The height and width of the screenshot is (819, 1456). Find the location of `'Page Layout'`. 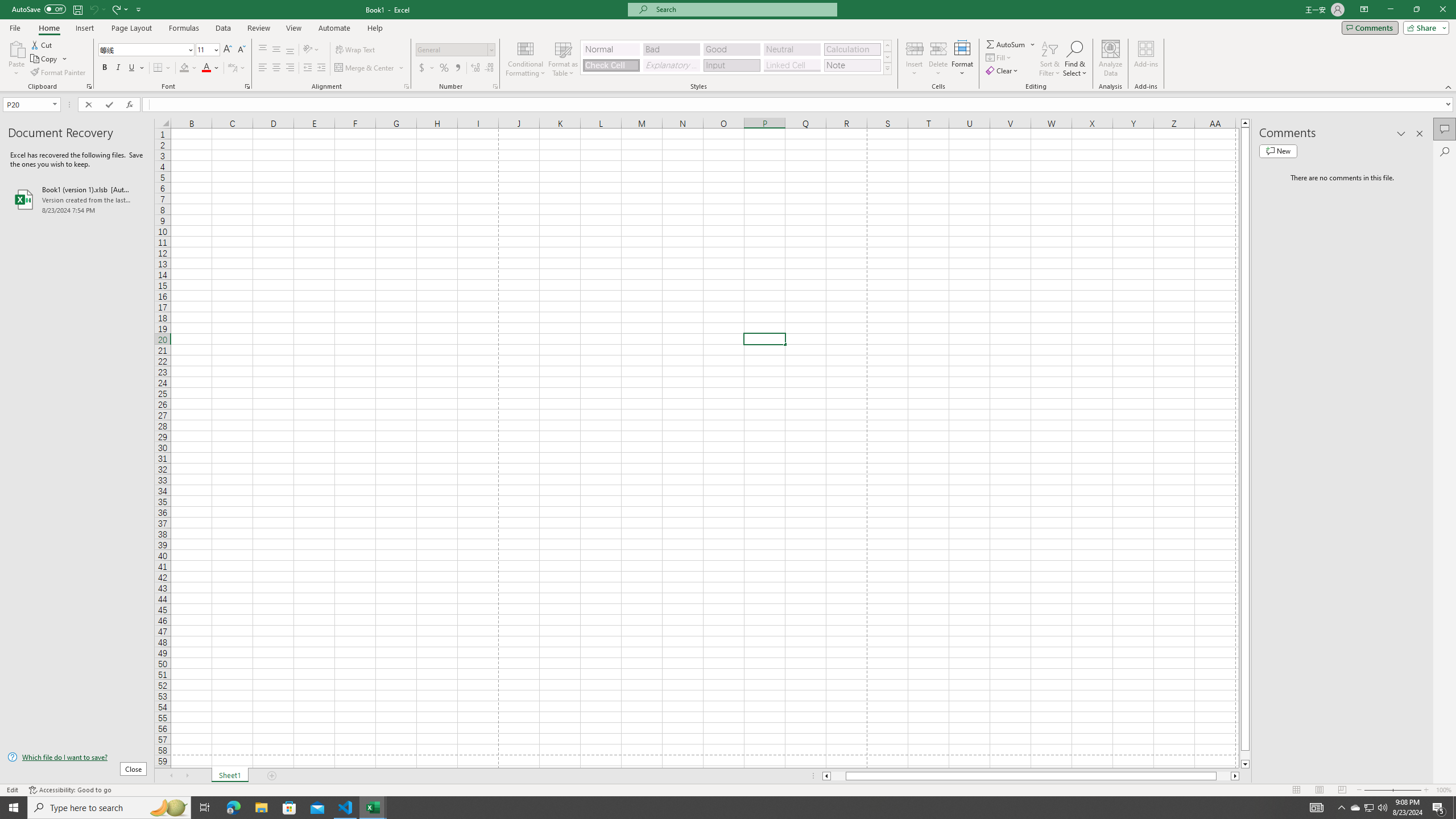

'Page Layout' is located at coordinates (131, 28).